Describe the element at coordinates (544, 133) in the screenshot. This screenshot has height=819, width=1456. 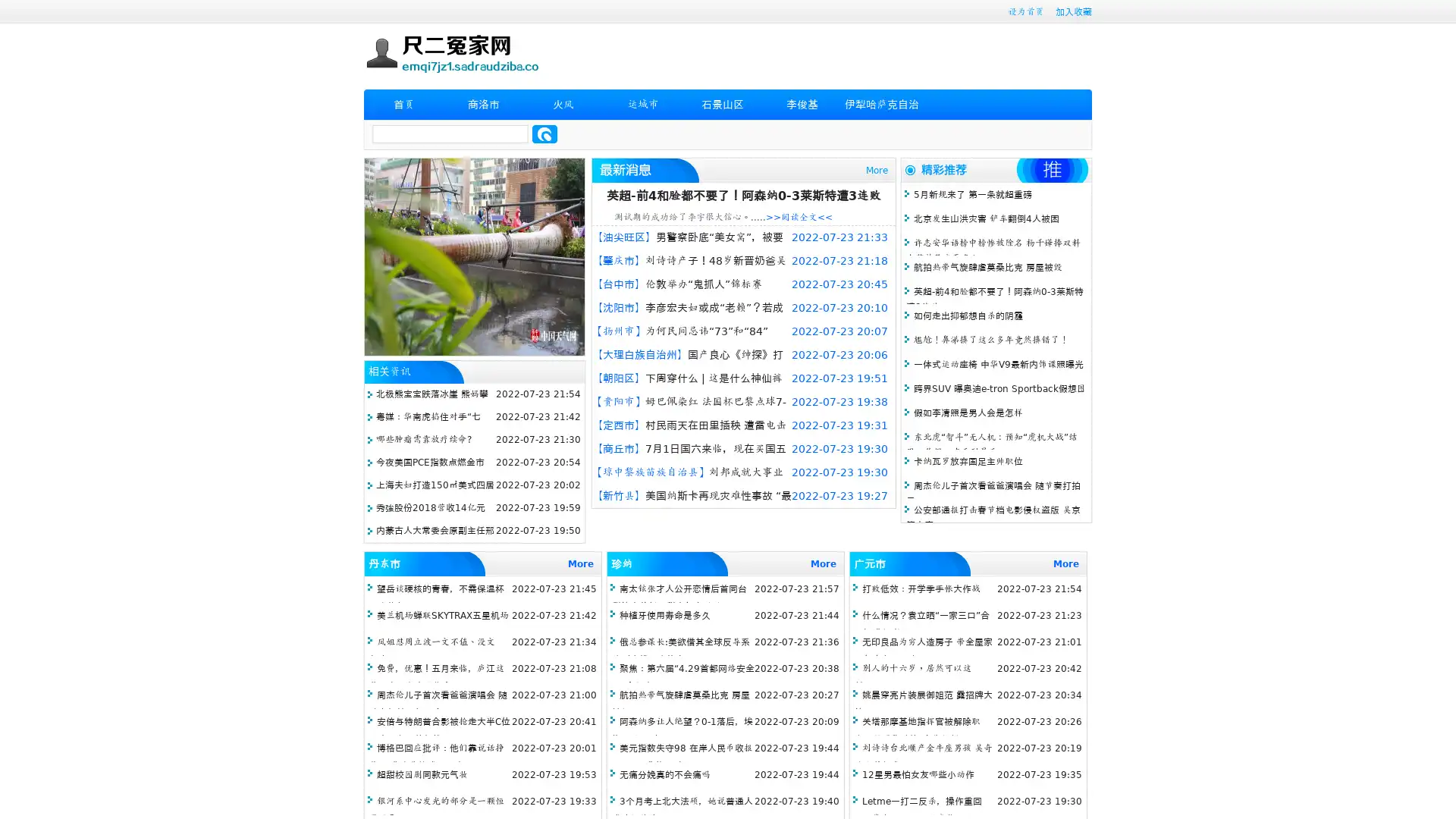
I see `Search` at that location.